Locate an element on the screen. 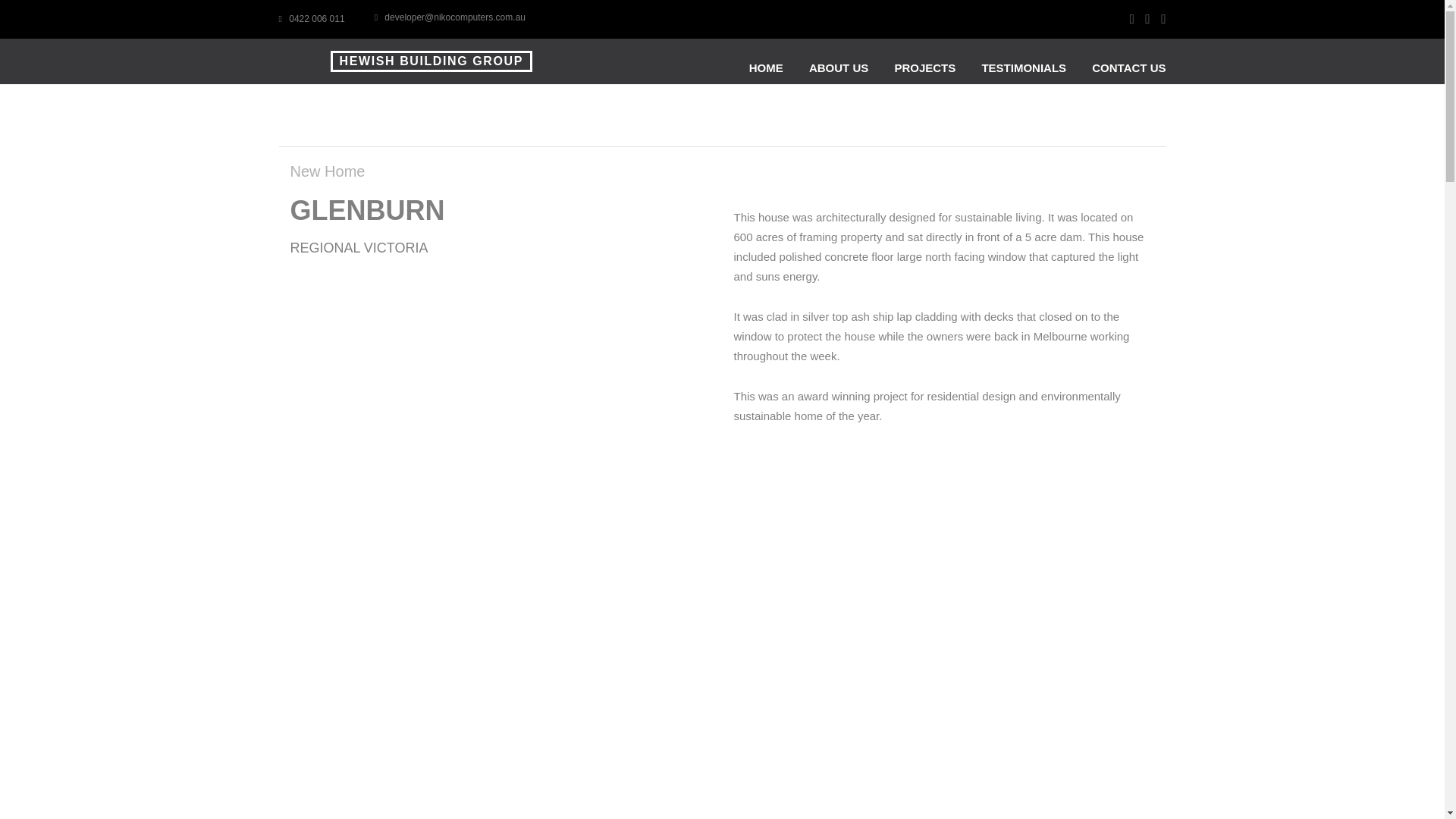 Image resolution: width=1456 pixels, height=819 pixels. 'TESTIMONIALS' is located at coordinates (1023, 67).